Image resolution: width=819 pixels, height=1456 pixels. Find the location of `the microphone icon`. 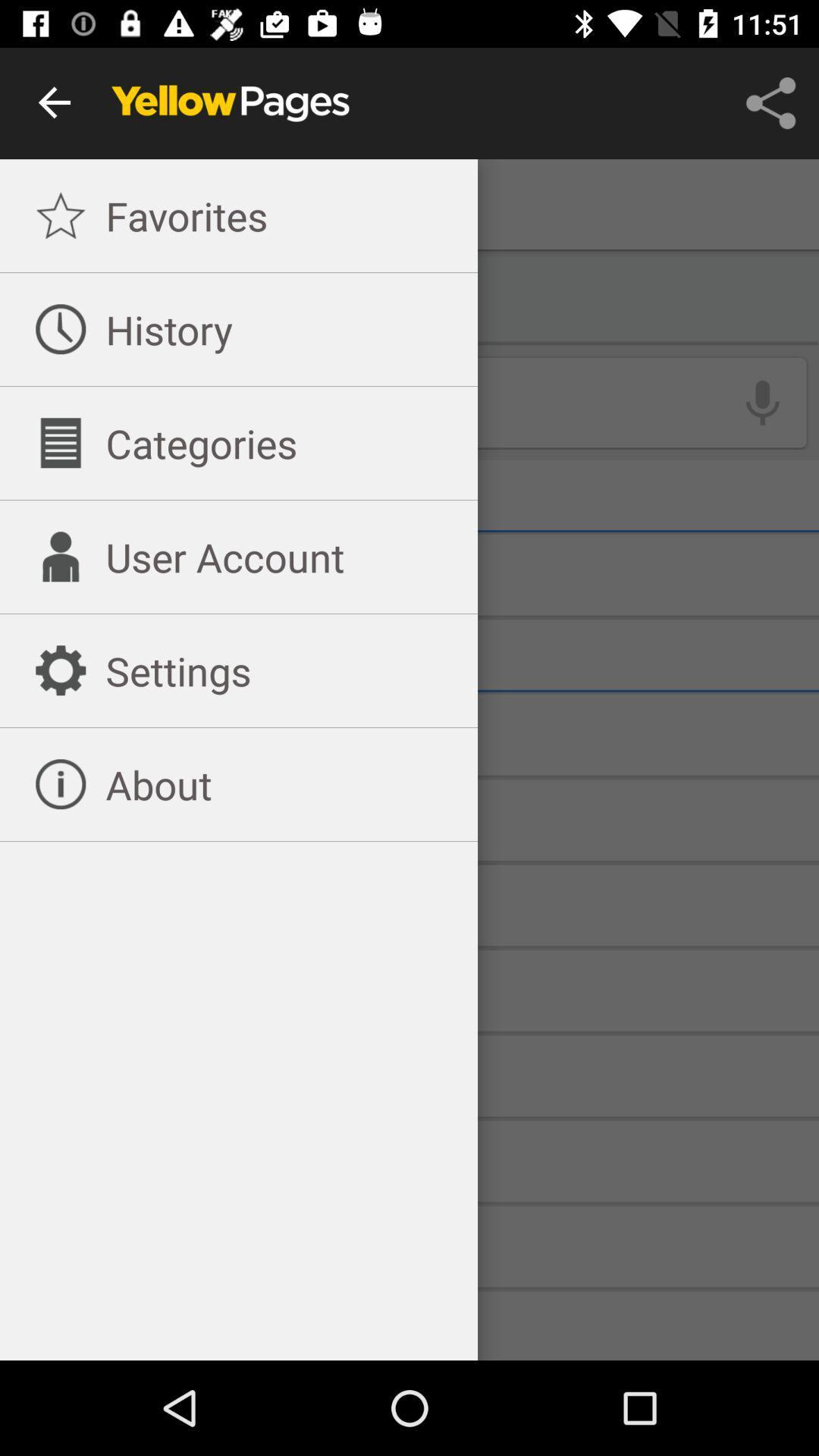

the microphone icon is located at coordinates (762, 403).